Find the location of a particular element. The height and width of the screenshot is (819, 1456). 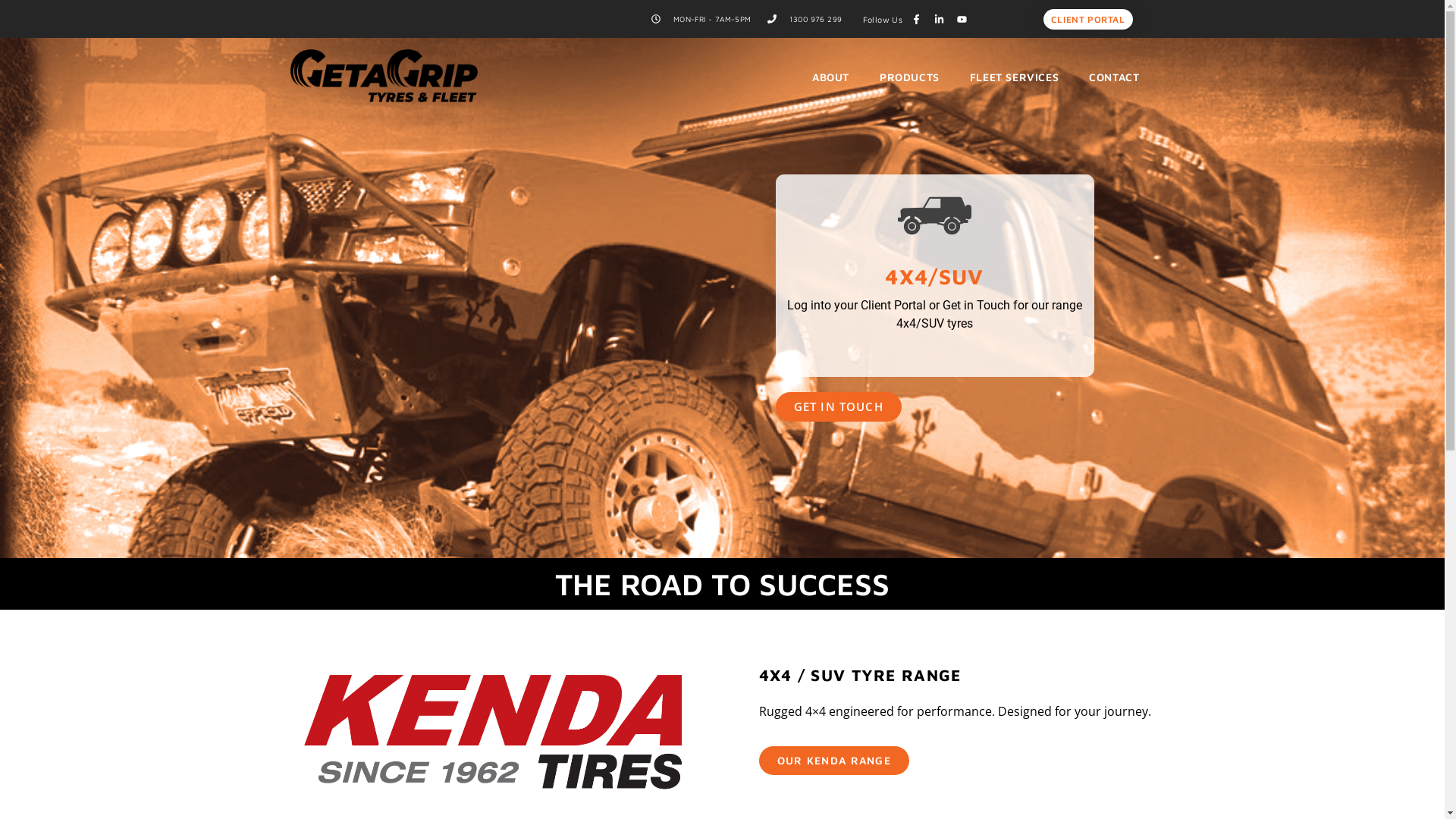

'GET IN TOUCH' is located at coordinates (836, 406).